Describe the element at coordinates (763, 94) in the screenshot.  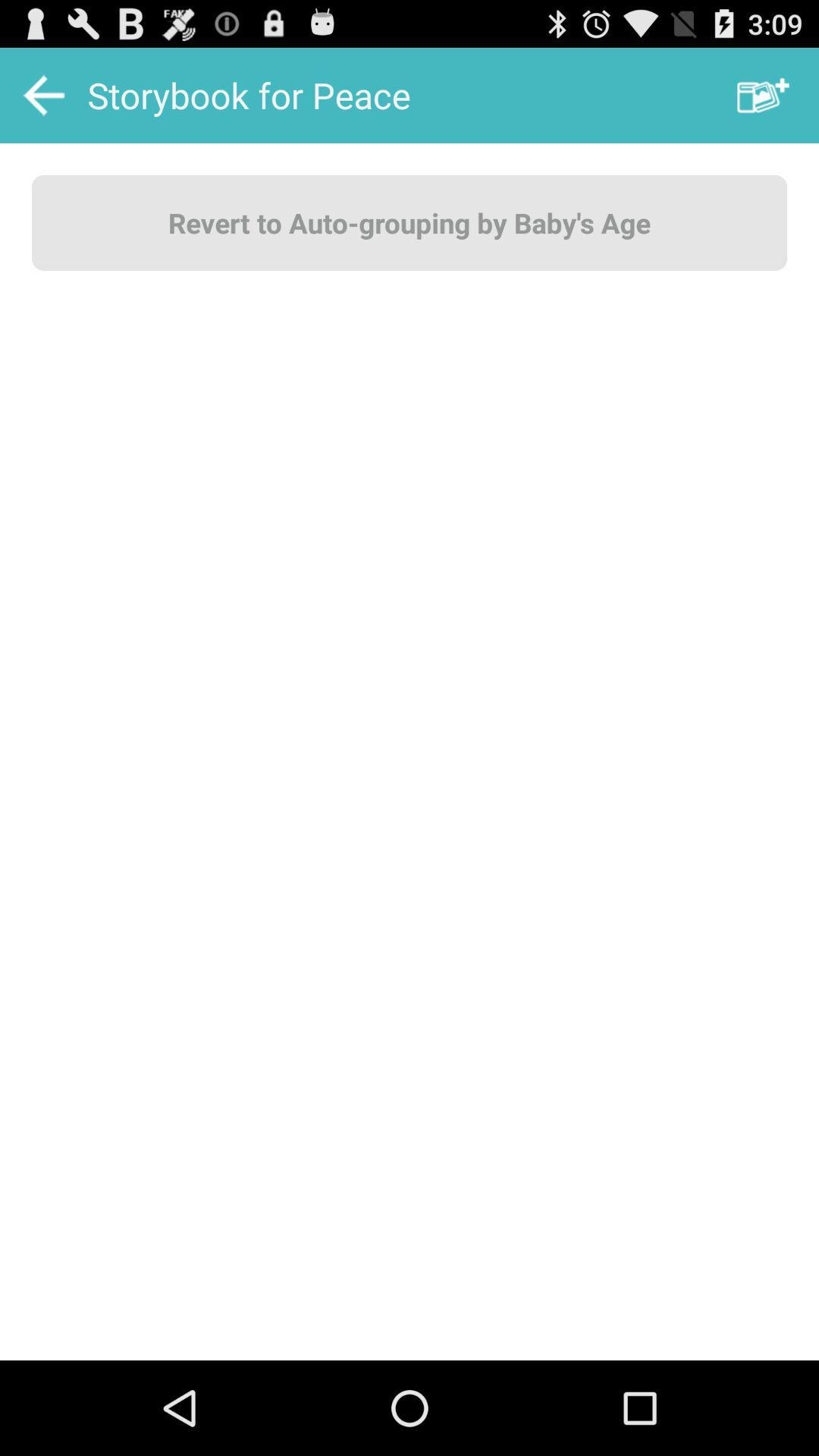
I see `item above revert to auto item` at that location.